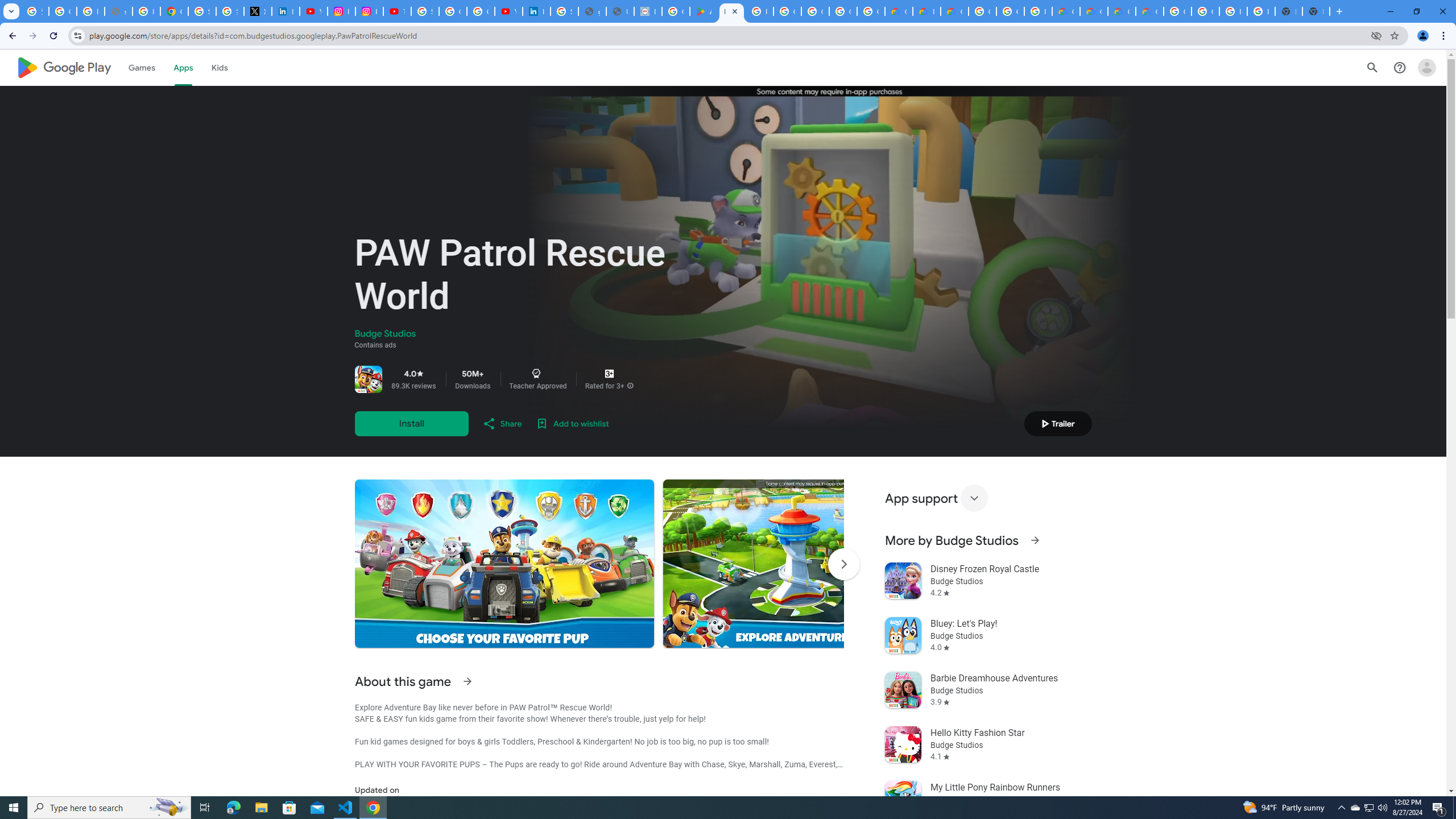 Image resolution: width=1456 pixels, height=819 pixels. Describe the element at coordinates (1316, 11) in the screenshot. I see `'New Tab'` at that location.